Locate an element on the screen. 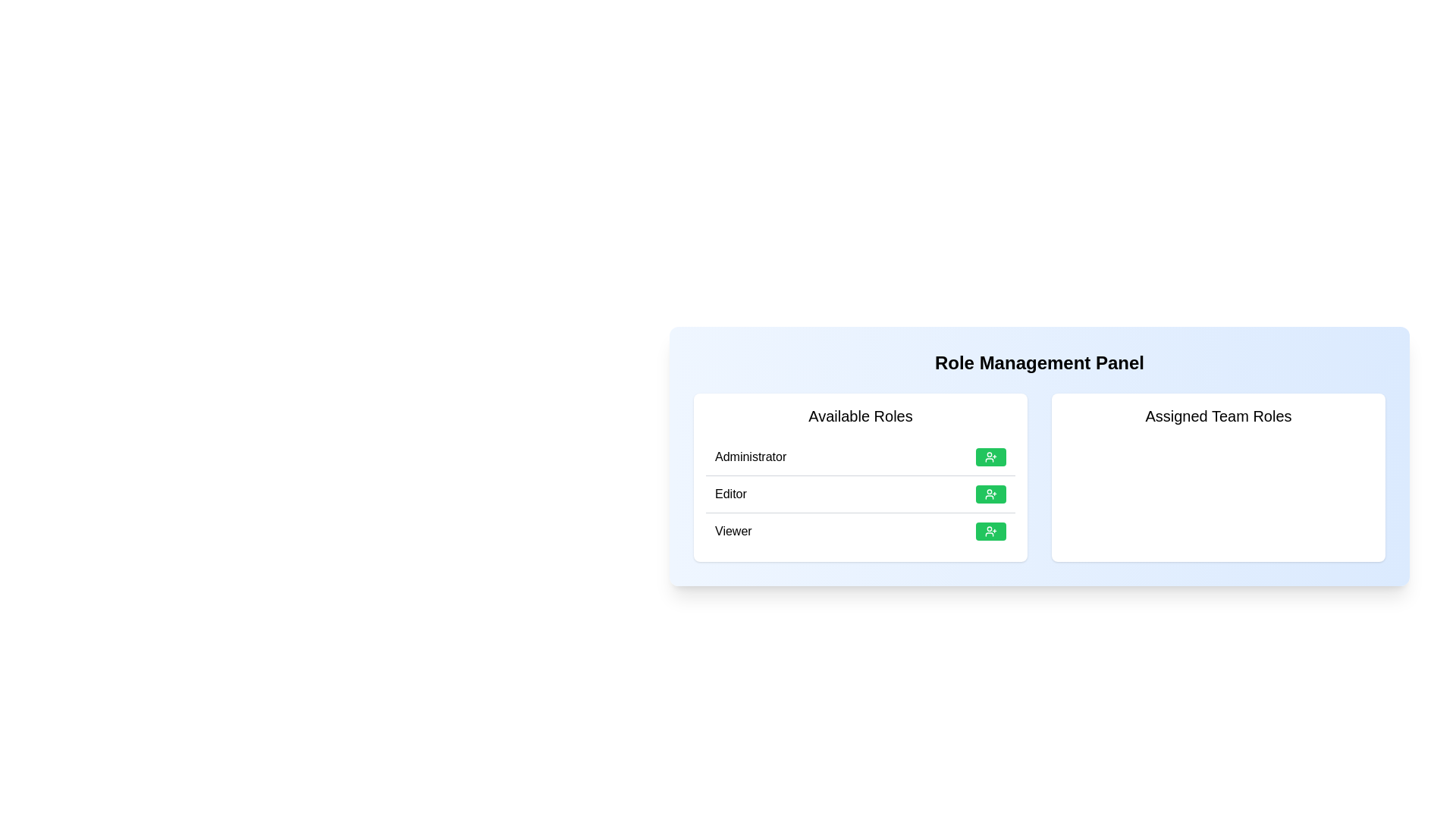 This screenshot has height=819, width=1456. green button next to the role 'Editor' in the 'Available Roles' section to assign it to the team is located at coordinates (990, 494).